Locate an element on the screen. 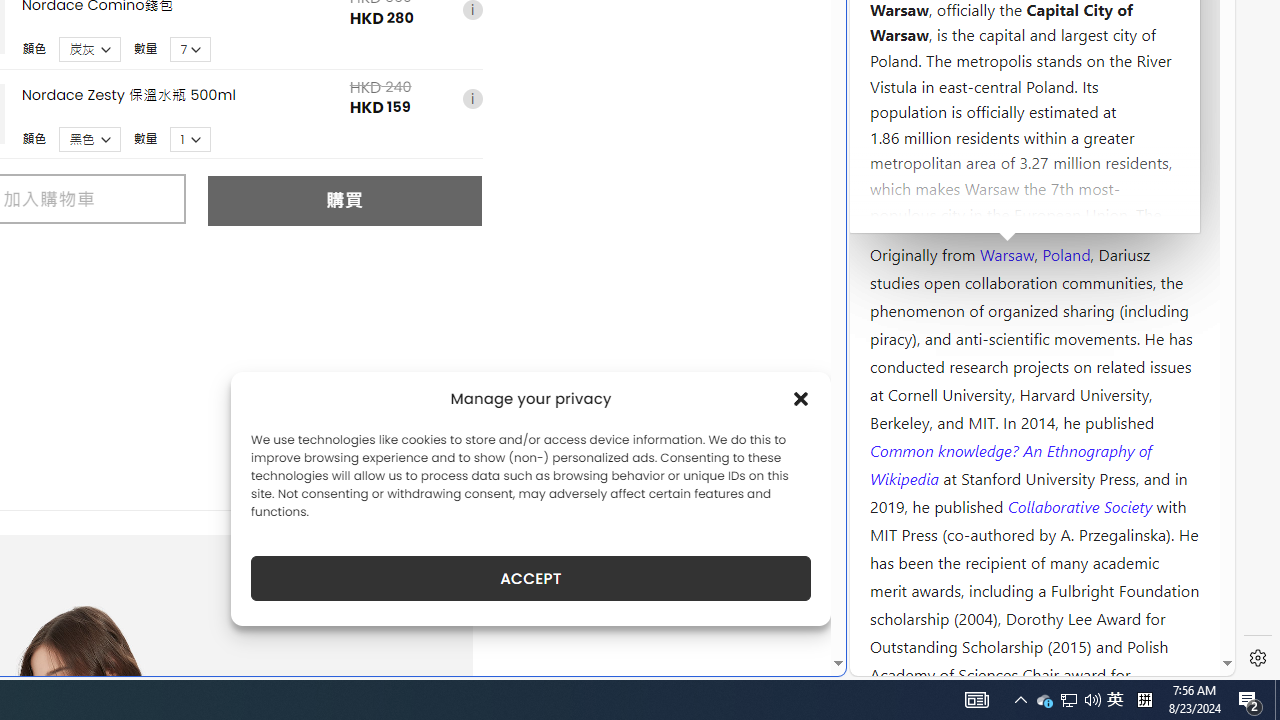 The width and height of the screenshot is (1280, 720). 'i' is located at coordinates (471, 99).